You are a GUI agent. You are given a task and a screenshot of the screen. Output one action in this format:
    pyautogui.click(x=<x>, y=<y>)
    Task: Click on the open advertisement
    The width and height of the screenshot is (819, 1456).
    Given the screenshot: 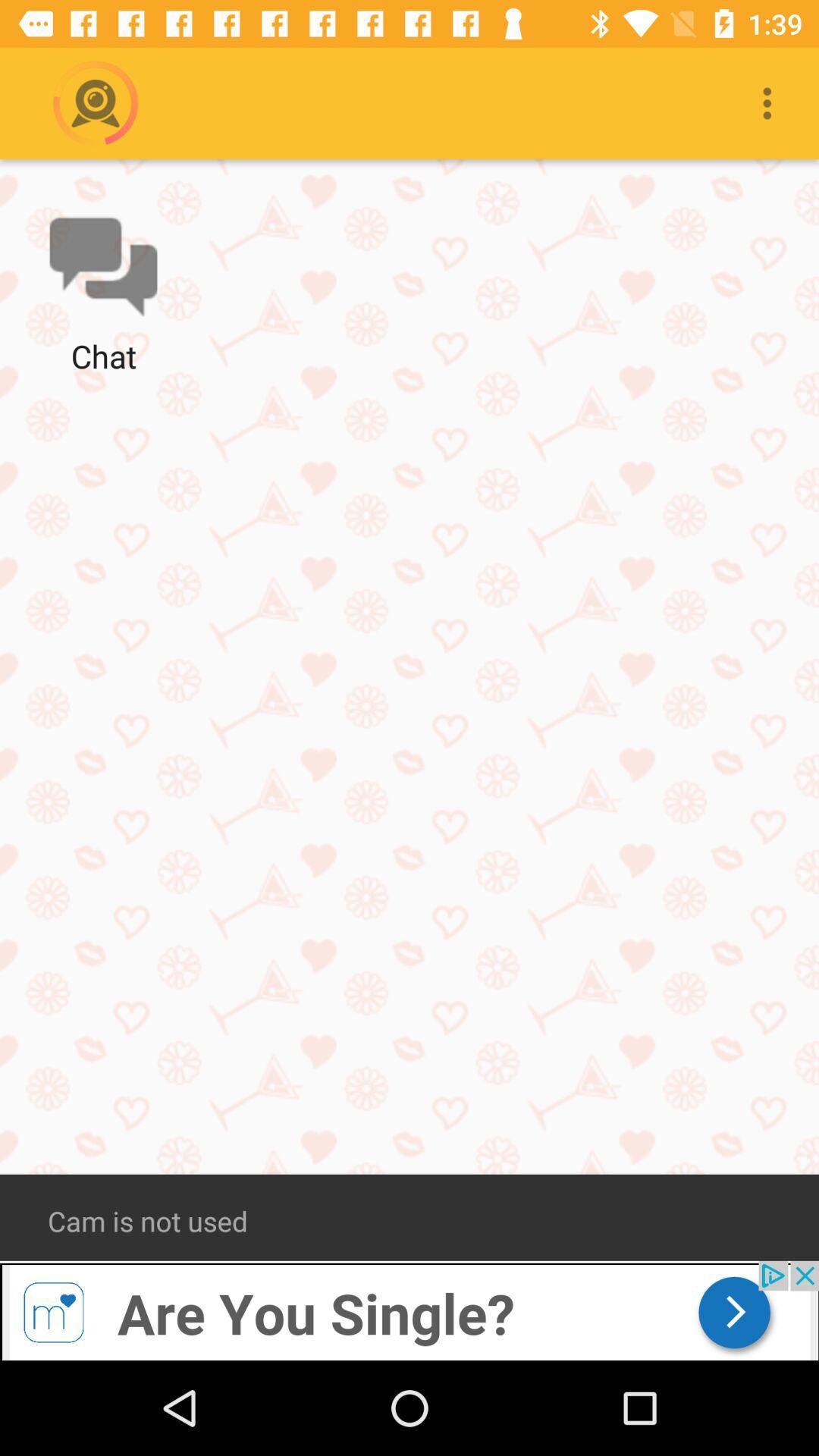 What is the action you would take?
    pyautogui.click(x=409, y=1310)
    